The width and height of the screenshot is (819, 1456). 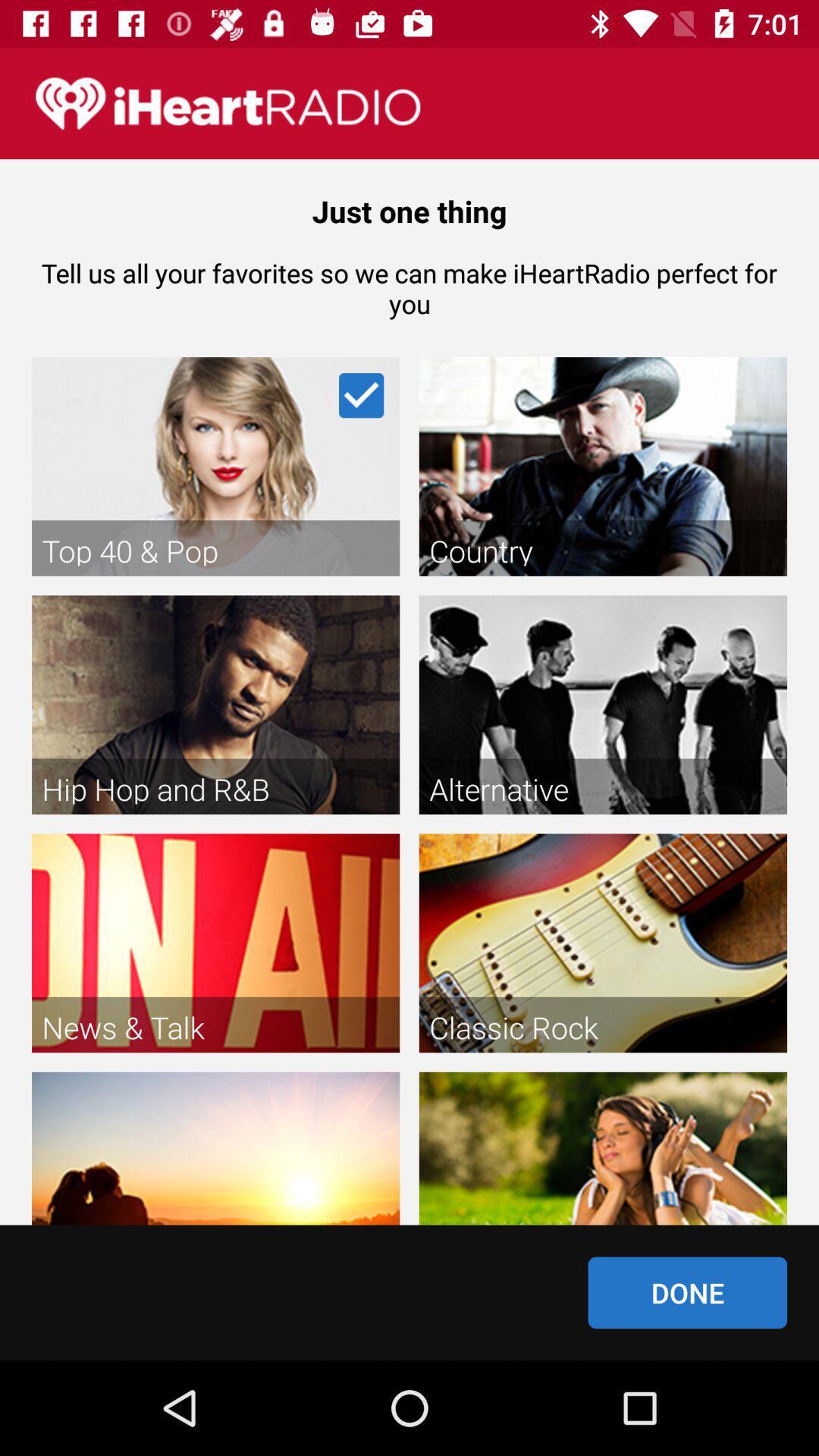 What do you see at coordinates (687, 1291) in the screenshot?
I see `done` at bounding box center [687, 1291].